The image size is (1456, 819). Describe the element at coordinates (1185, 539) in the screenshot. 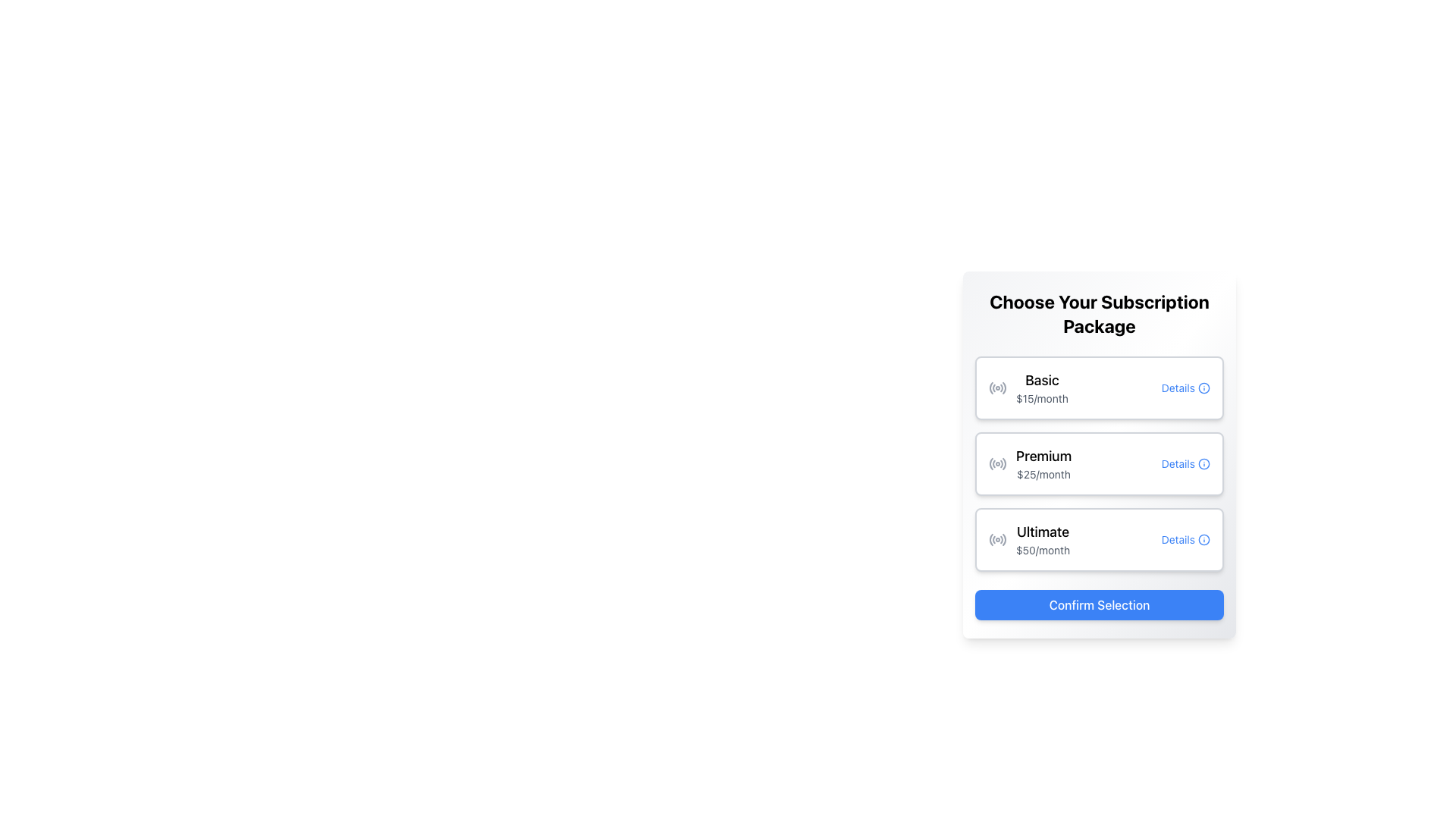

I see `the 'Details' link located to the right of the 'Ultimate' subscription option priced at '$50/month'` at that location.